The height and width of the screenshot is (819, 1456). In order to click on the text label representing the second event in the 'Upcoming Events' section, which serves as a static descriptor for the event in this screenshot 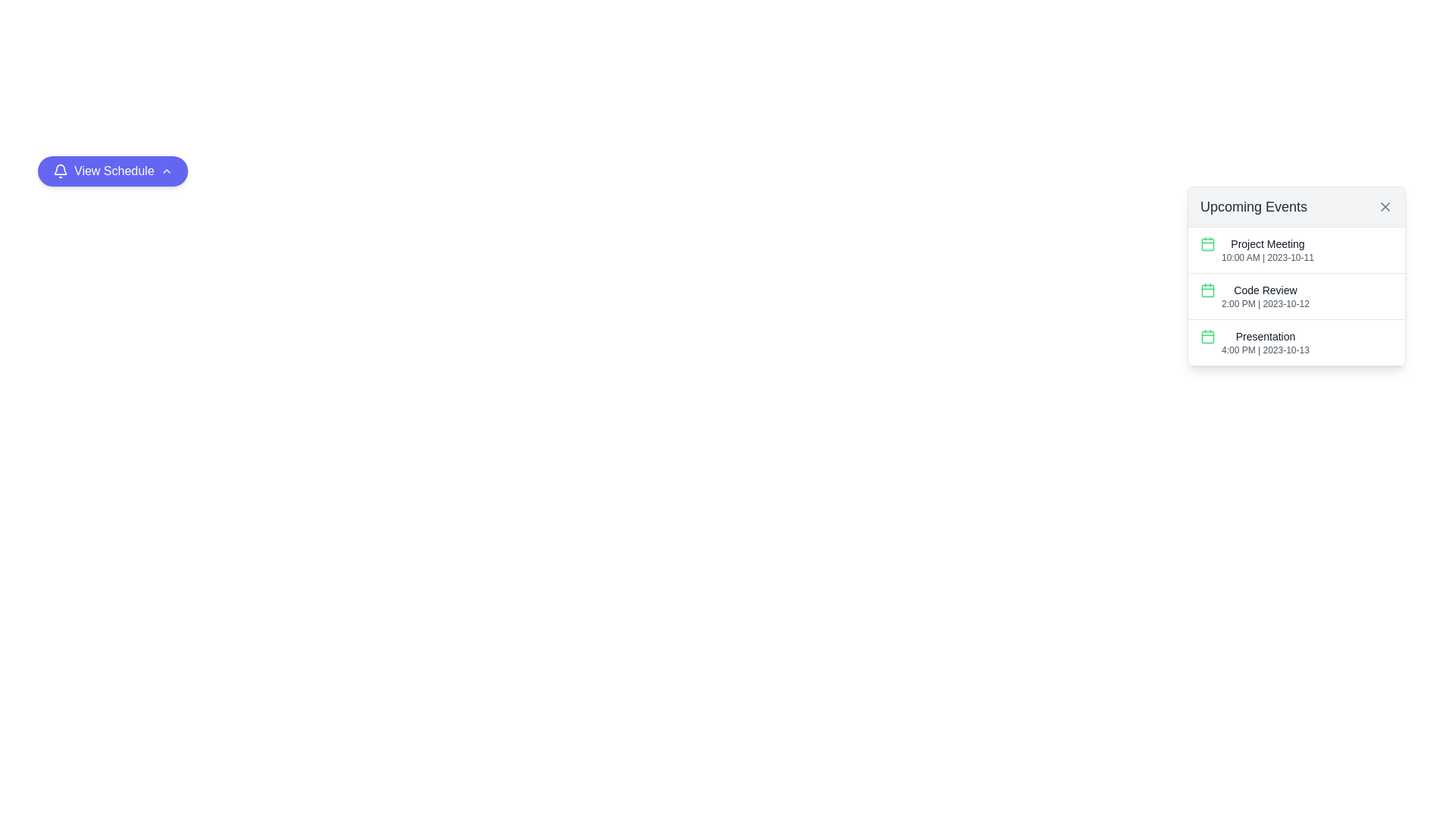, I will do `click(1265, 290)`.